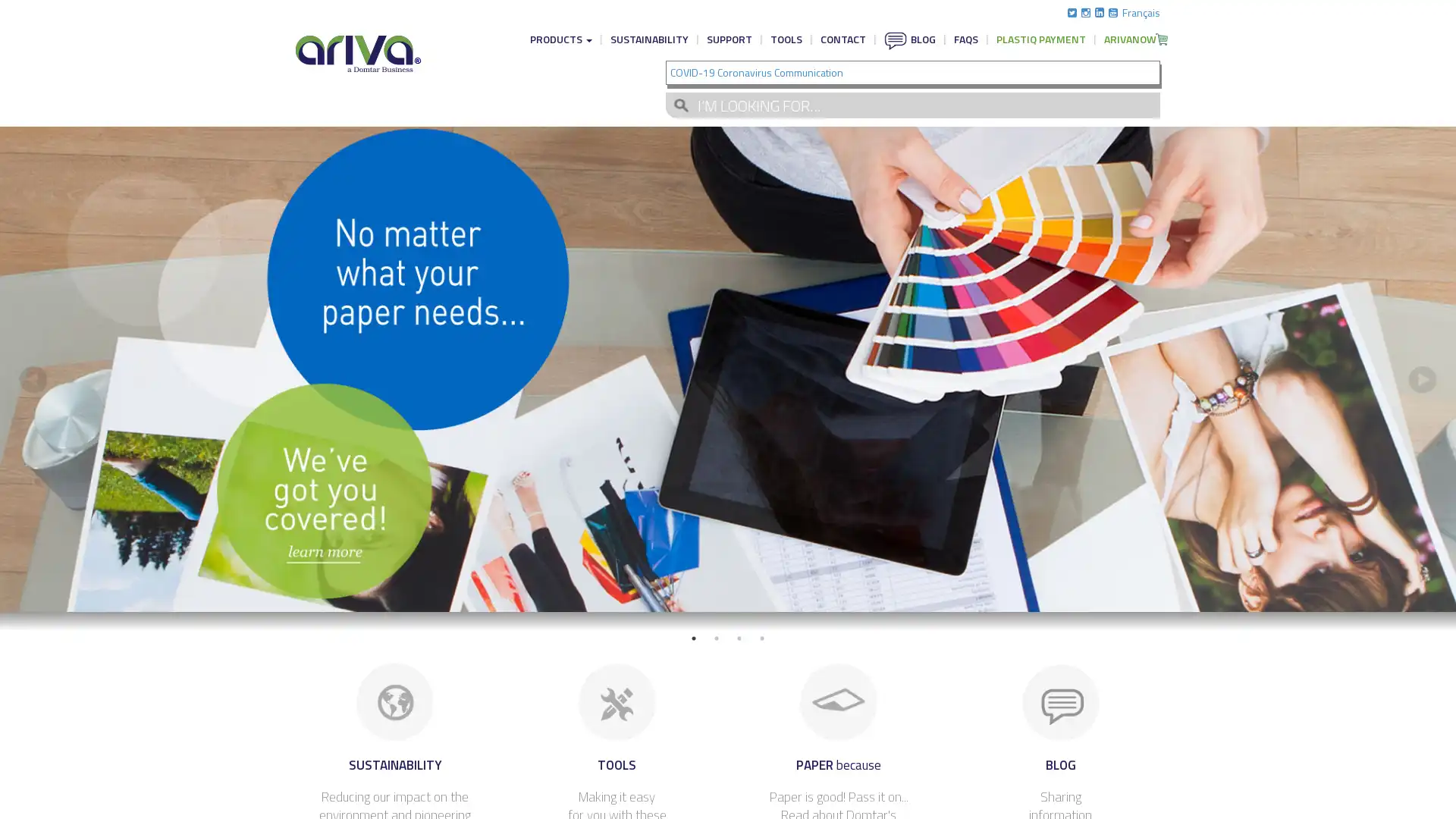  What do you see at coordinates (761, 638) in the screenshot?
I see `4` at bounding box center [761, 638].